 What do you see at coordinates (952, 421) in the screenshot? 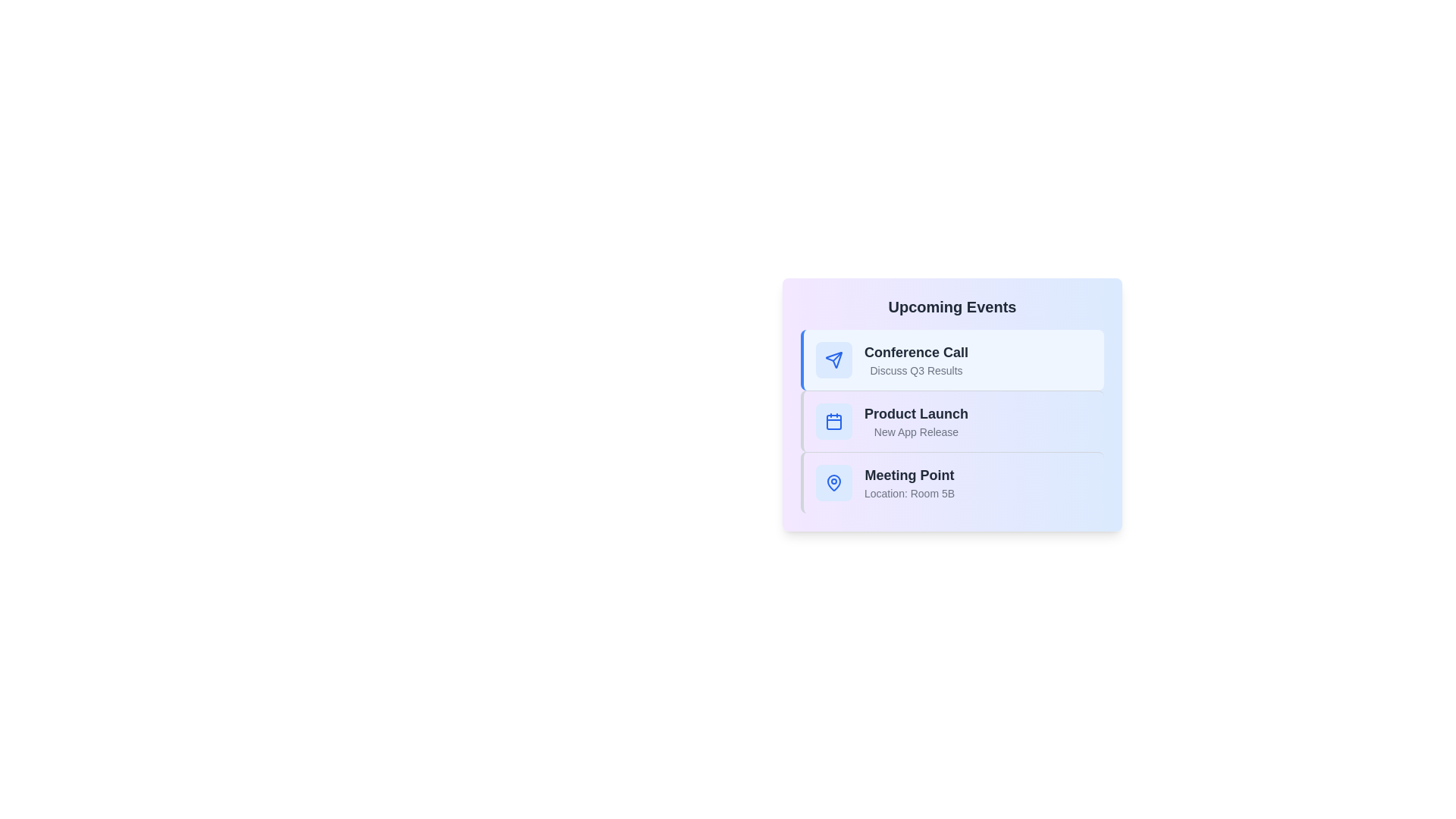
I see `the event Product Launch from the list` at bounding box center [952, 421].